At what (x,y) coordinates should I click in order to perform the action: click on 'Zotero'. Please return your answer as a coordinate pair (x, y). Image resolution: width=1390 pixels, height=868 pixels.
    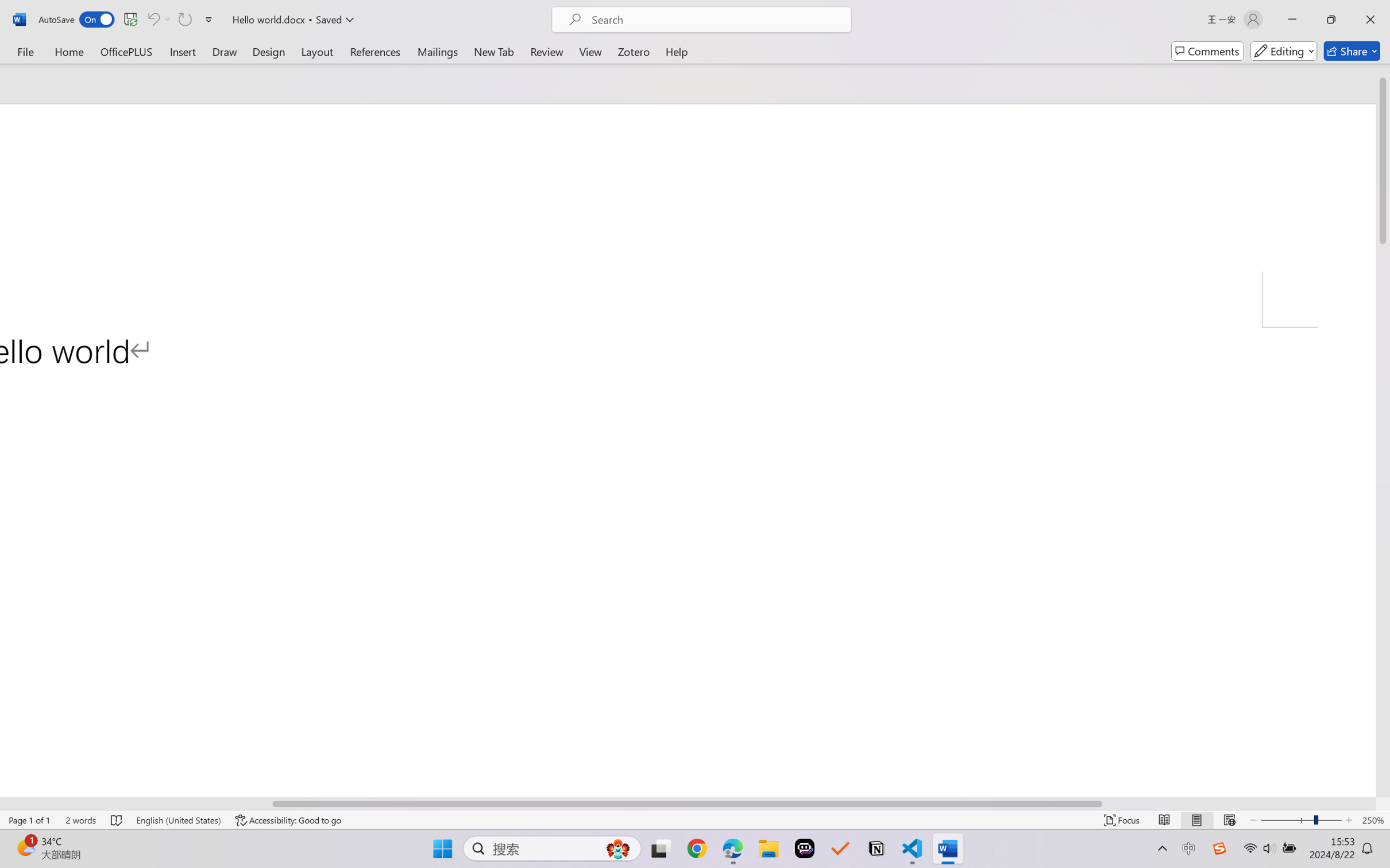
    Looking at the image, I should click on (633, 51).